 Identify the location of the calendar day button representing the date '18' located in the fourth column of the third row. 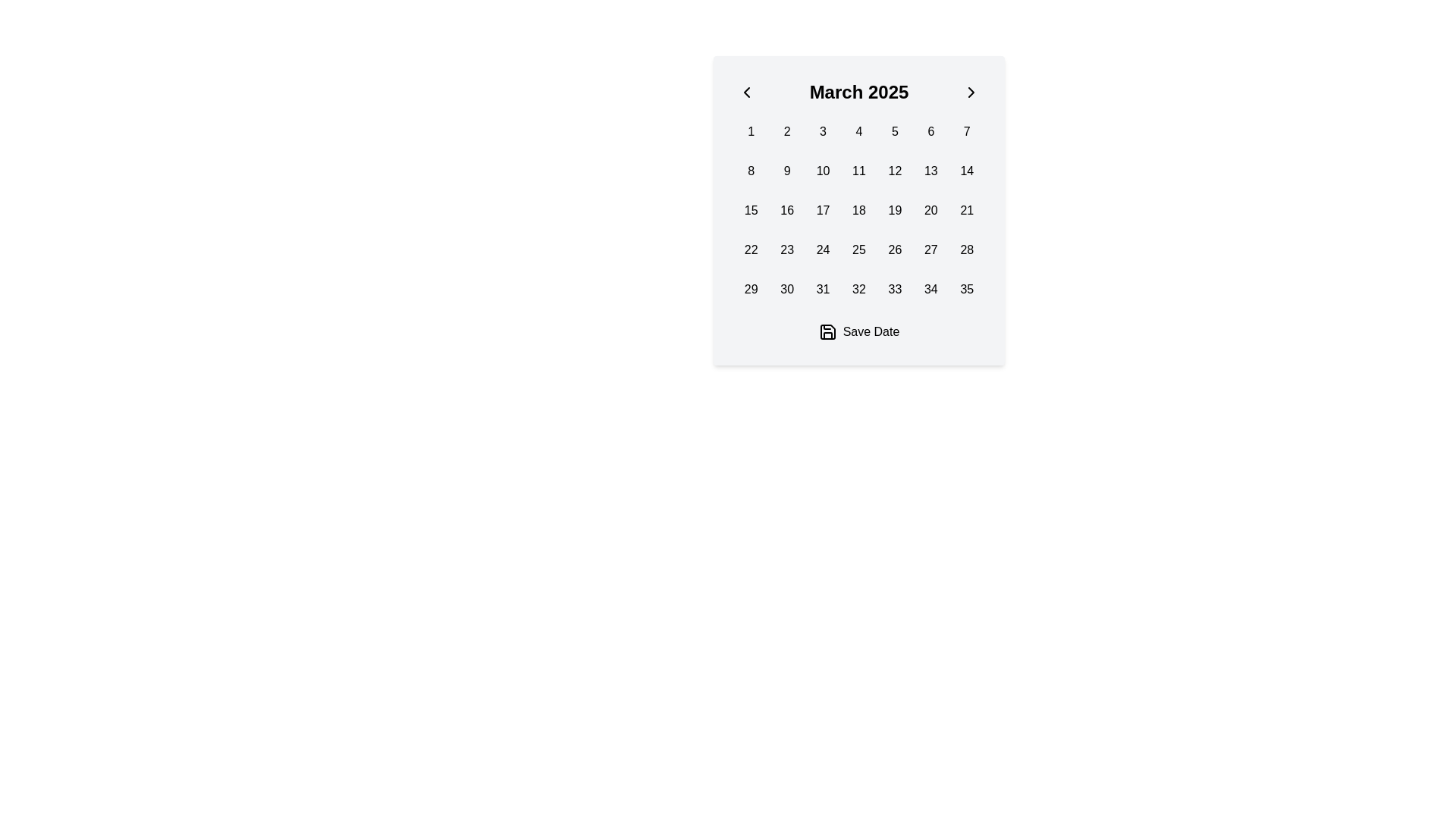
(858, 210).